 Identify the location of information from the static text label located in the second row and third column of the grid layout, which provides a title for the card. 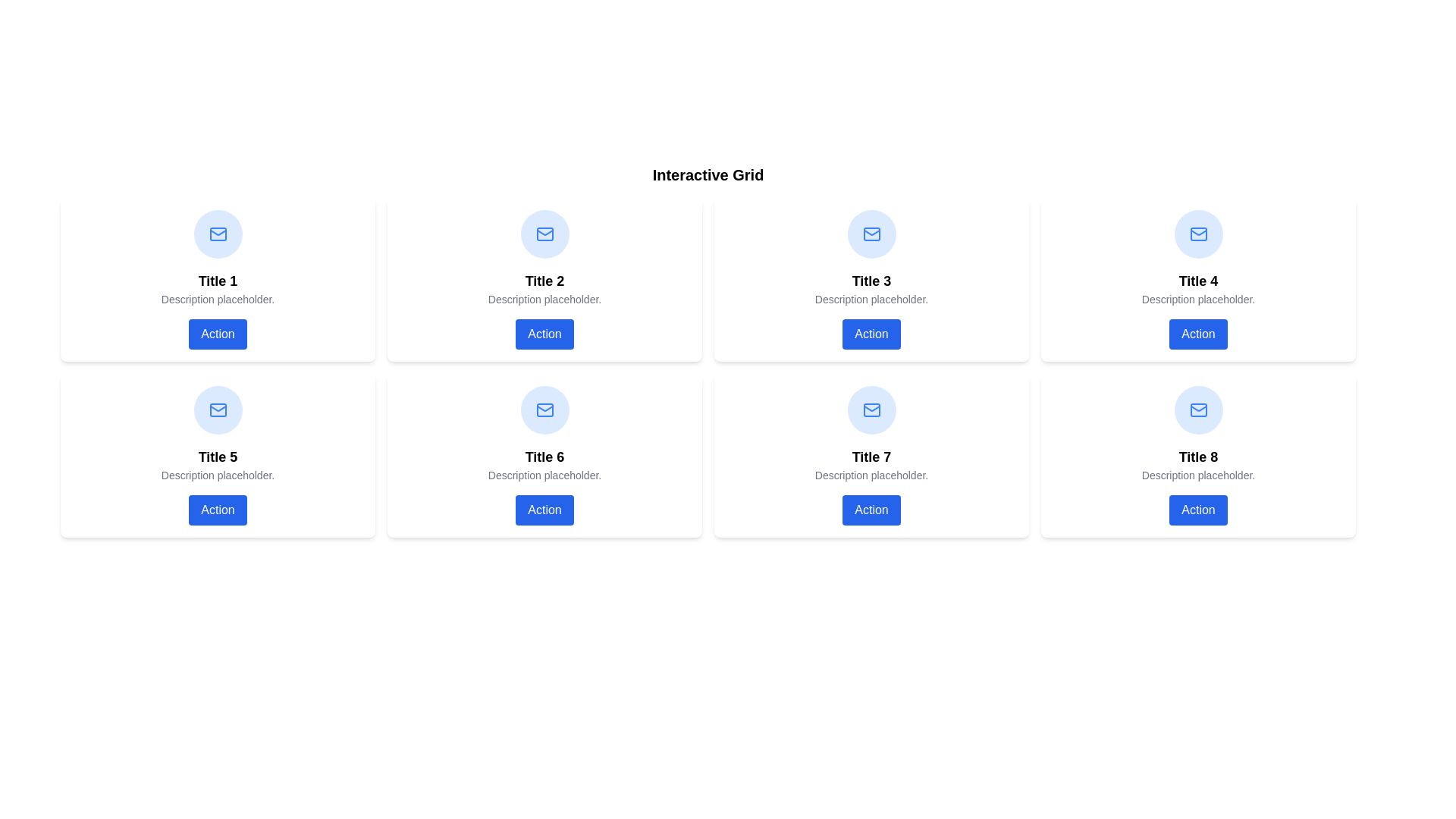
(1197, 281).